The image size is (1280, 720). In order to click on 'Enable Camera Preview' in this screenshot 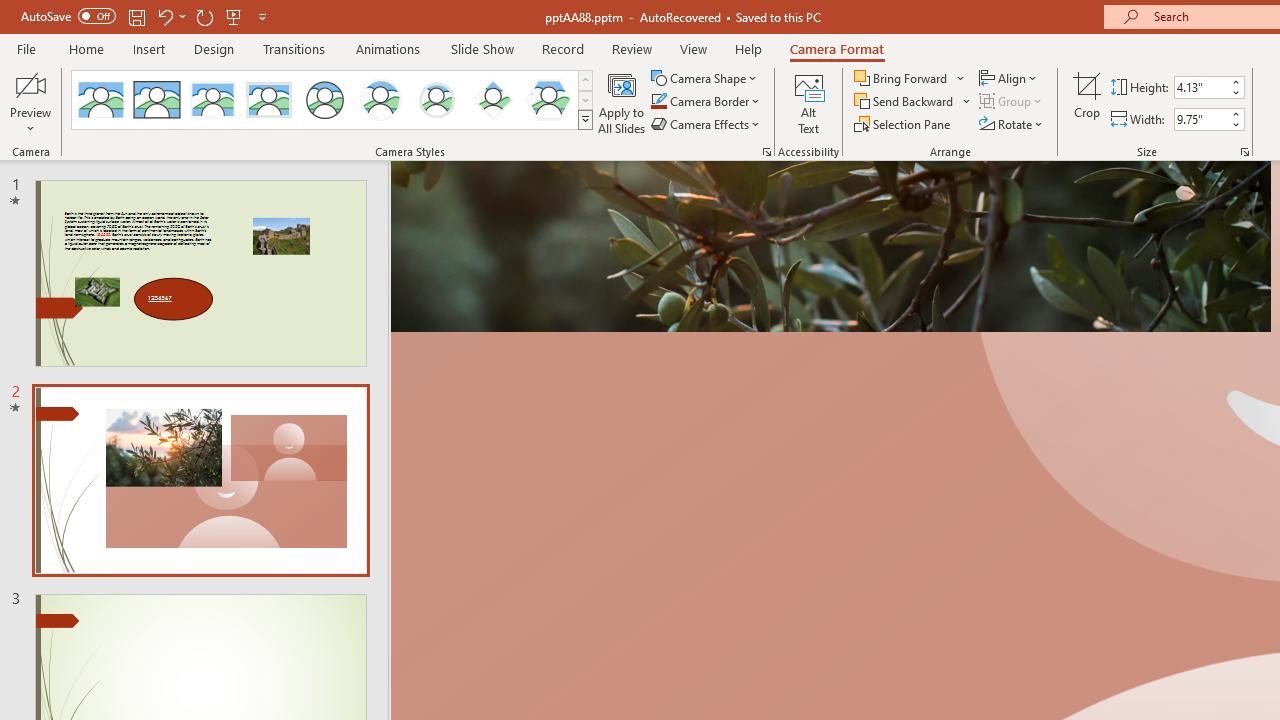, I will do `click(30, 84)`.